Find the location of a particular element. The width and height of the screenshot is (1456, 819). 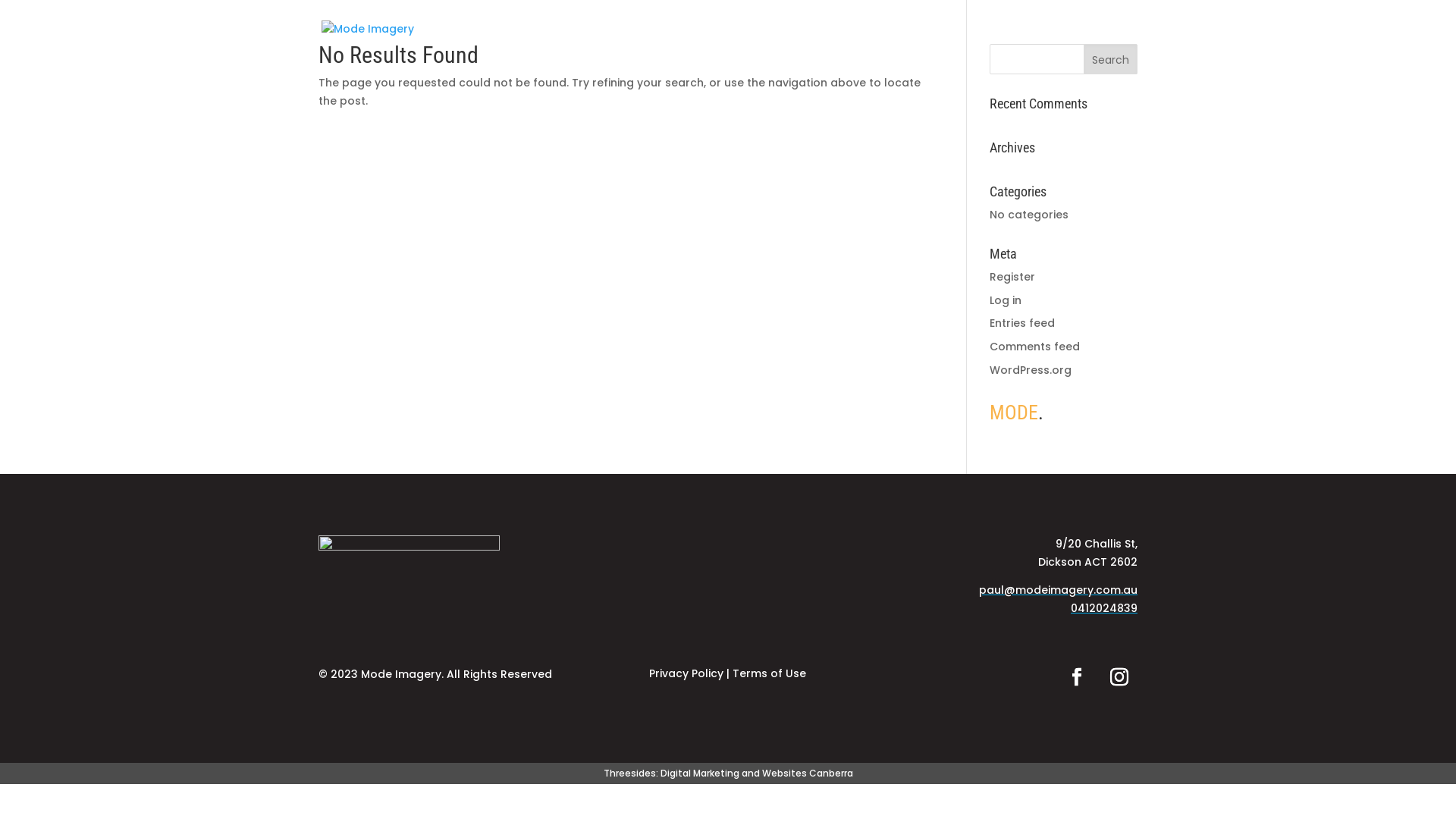

'0412024839' is located at coordinates (1103, 607).